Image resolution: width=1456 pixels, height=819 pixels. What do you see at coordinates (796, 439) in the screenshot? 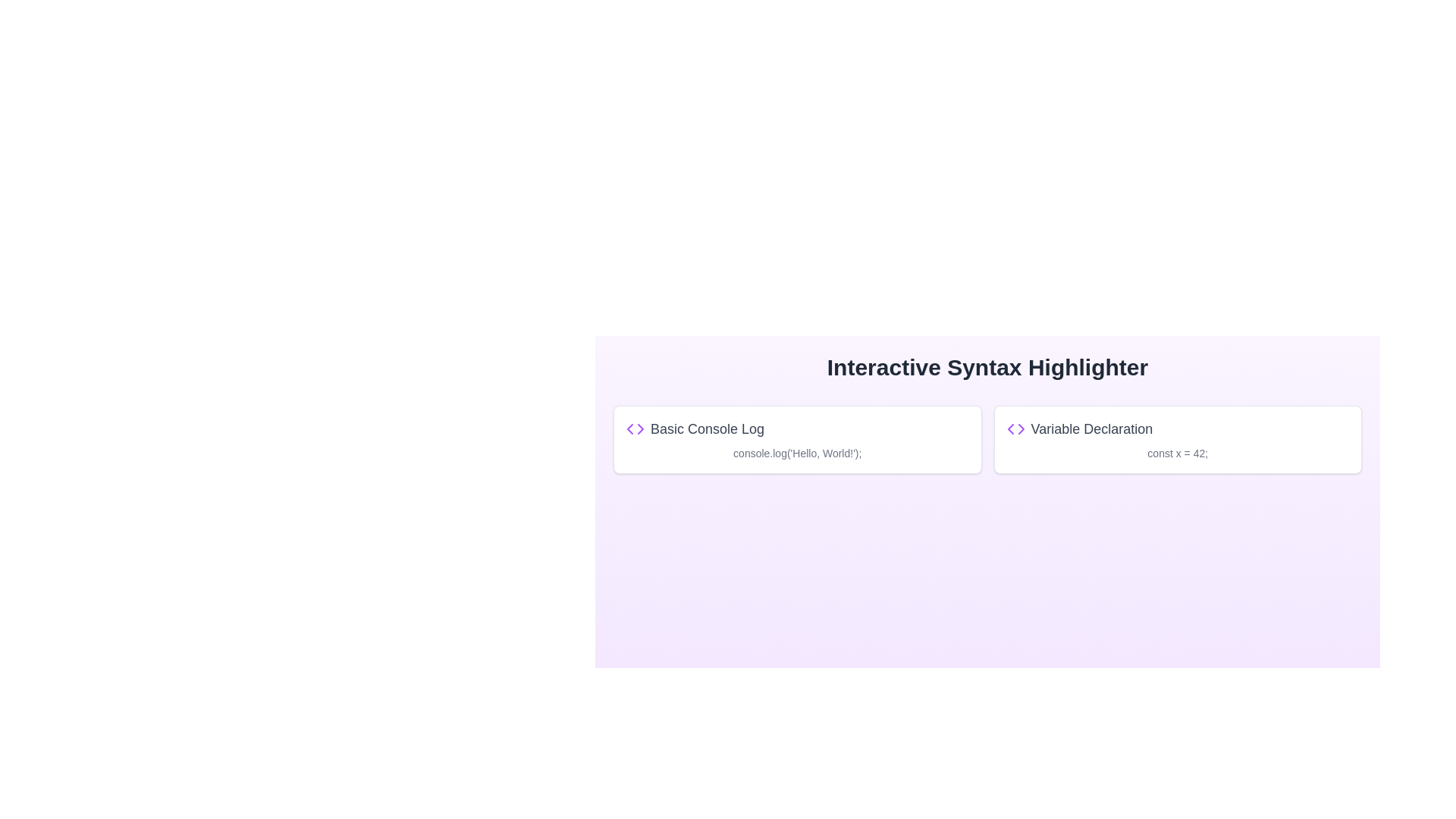
I see `the Information card that provides a code snippet example, which is the first item in the grid layout and positioned to the left of the 'Variable Declaration' card` at bounding box center [796, 439].